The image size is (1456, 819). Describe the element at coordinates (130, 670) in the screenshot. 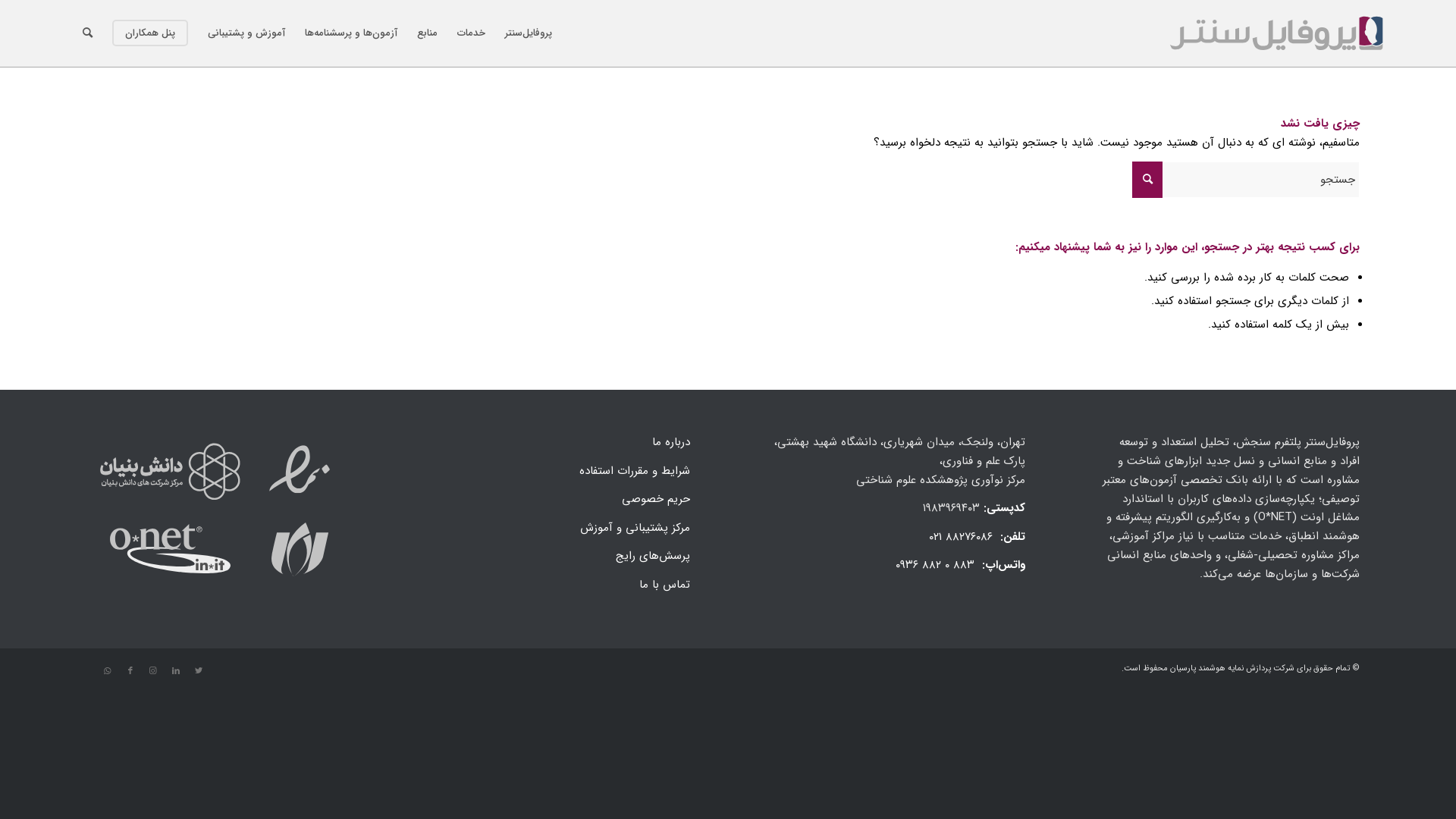

I see `'Facebook'` at that location.